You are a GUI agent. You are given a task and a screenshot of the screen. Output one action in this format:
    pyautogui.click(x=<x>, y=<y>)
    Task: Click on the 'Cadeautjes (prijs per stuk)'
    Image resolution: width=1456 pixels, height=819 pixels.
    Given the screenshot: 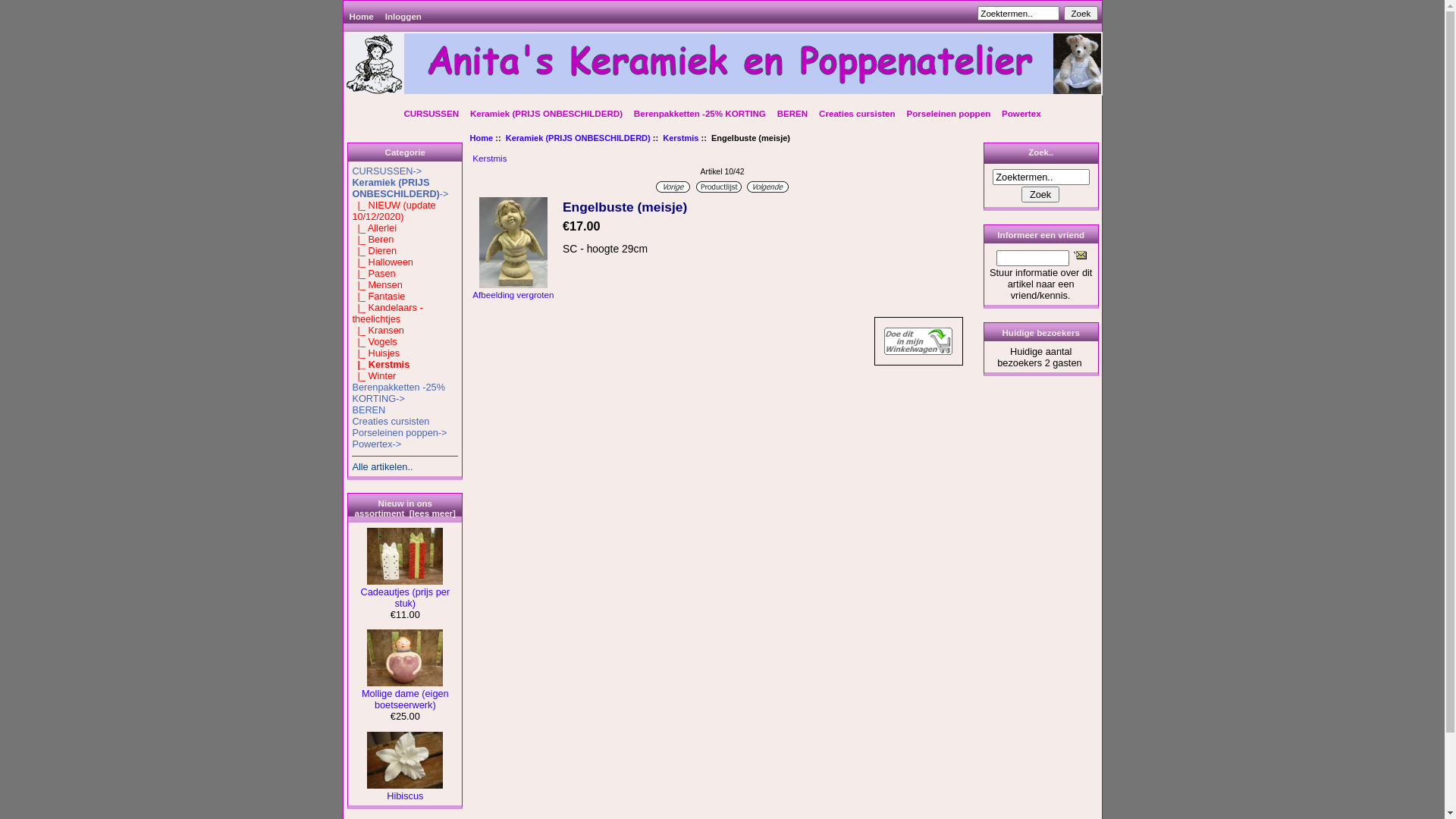 What is the action you would take?
    pyautogui.click(x=359, y=592)
    